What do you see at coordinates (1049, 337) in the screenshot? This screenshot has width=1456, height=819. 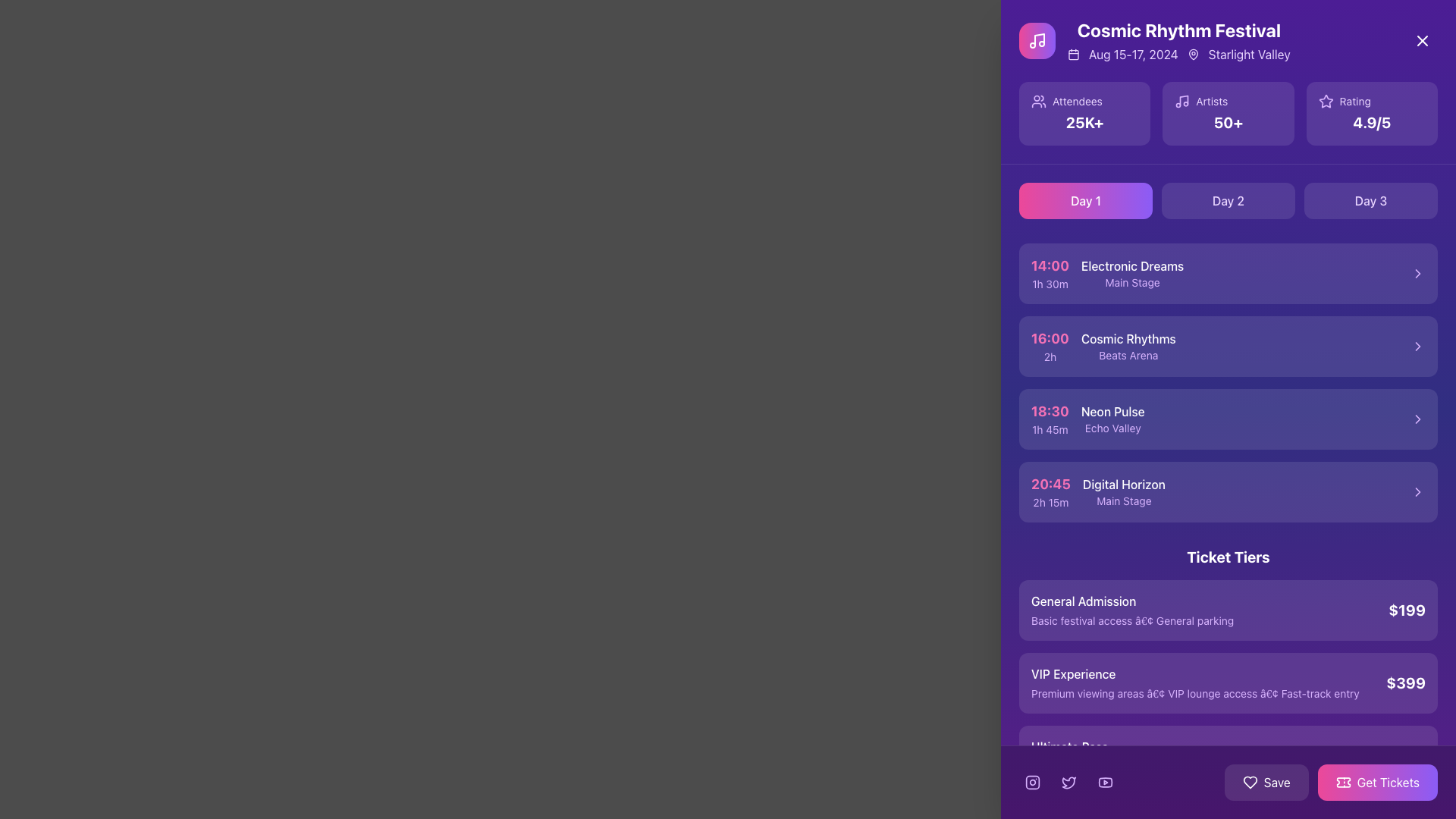 I see `time displayed on the bold pink text label showing '16:00', which is located in the middle of the events list for the music festival, positioned between '14:00 Electronic Dreams' and '18:30 Neon Pulse'` at bounding box center [1049, 337].